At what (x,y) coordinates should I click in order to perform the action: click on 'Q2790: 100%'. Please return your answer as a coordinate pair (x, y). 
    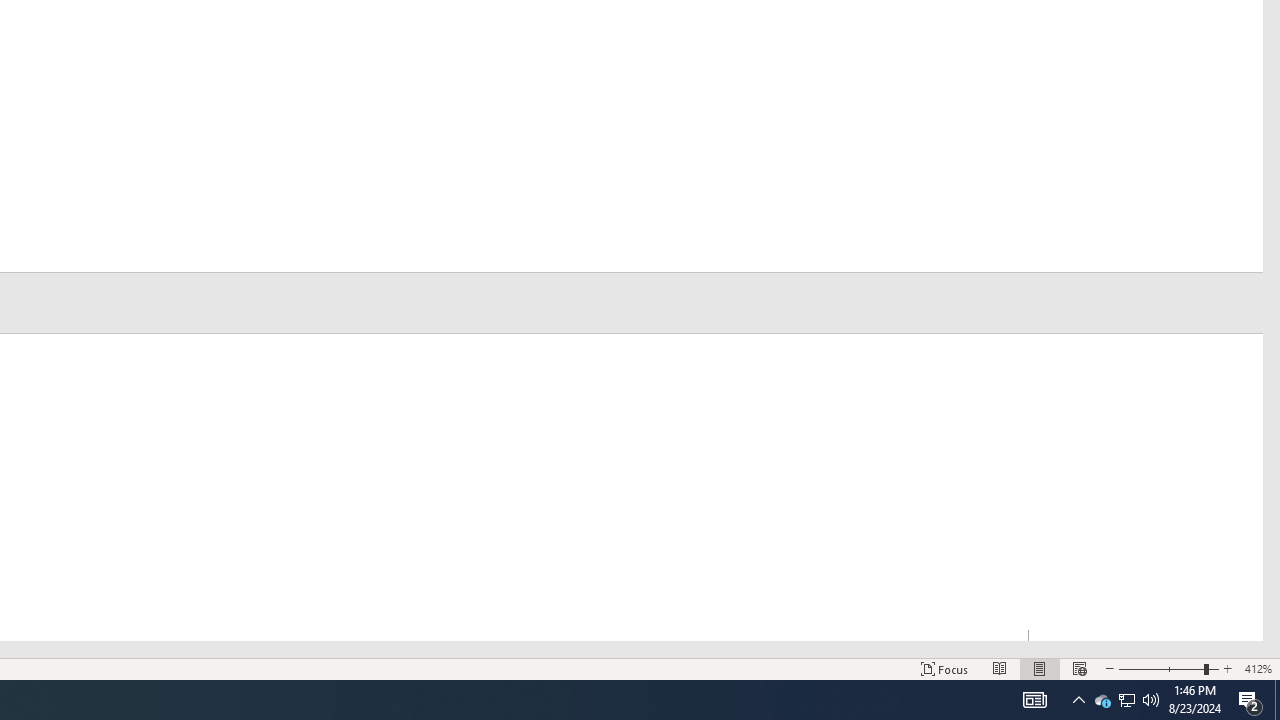
    Looking at the image, I should click on (1078, 698).